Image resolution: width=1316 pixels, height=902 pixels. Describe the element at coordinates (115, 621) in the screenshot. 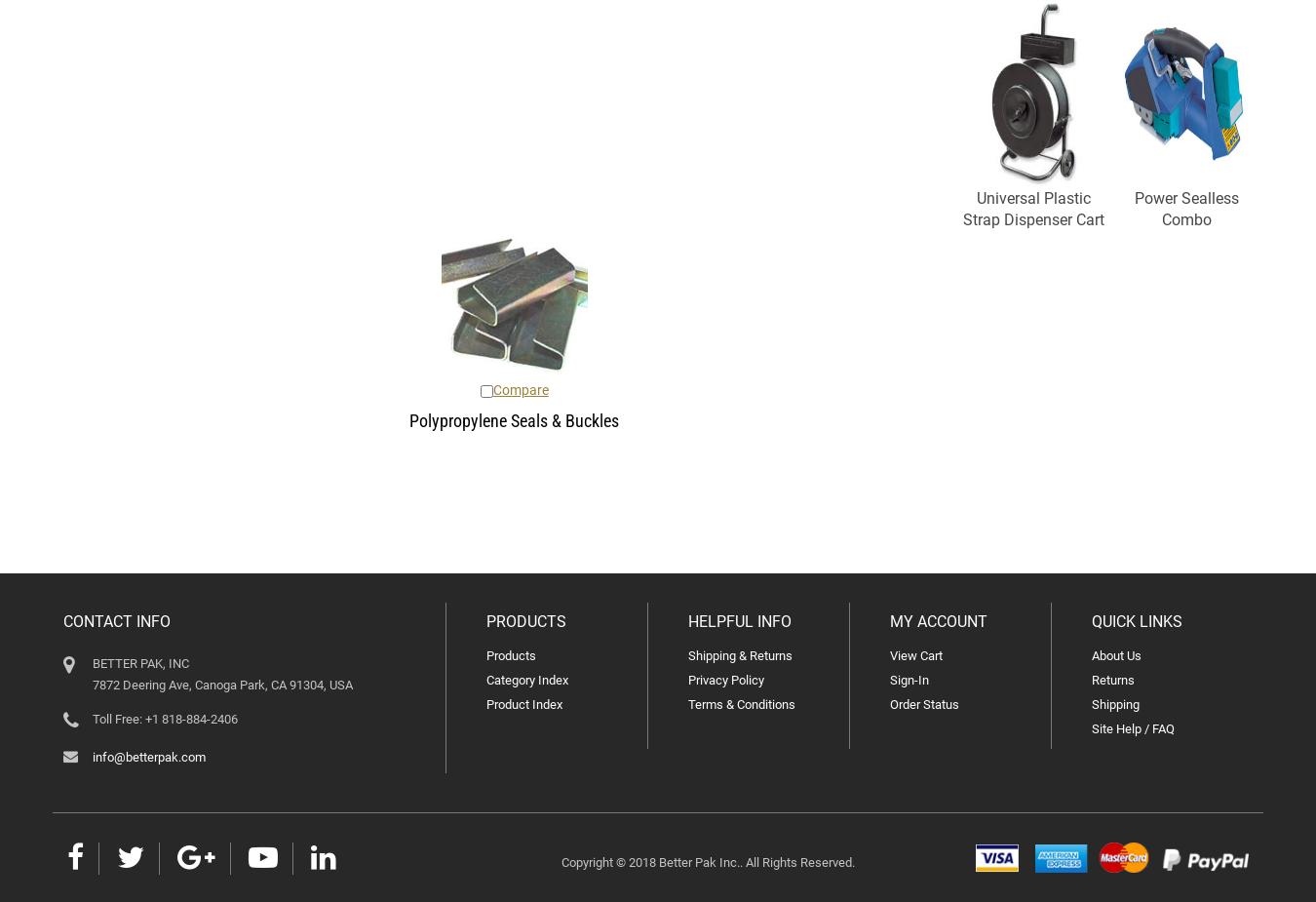

I see `'Contact Info'` at that location.